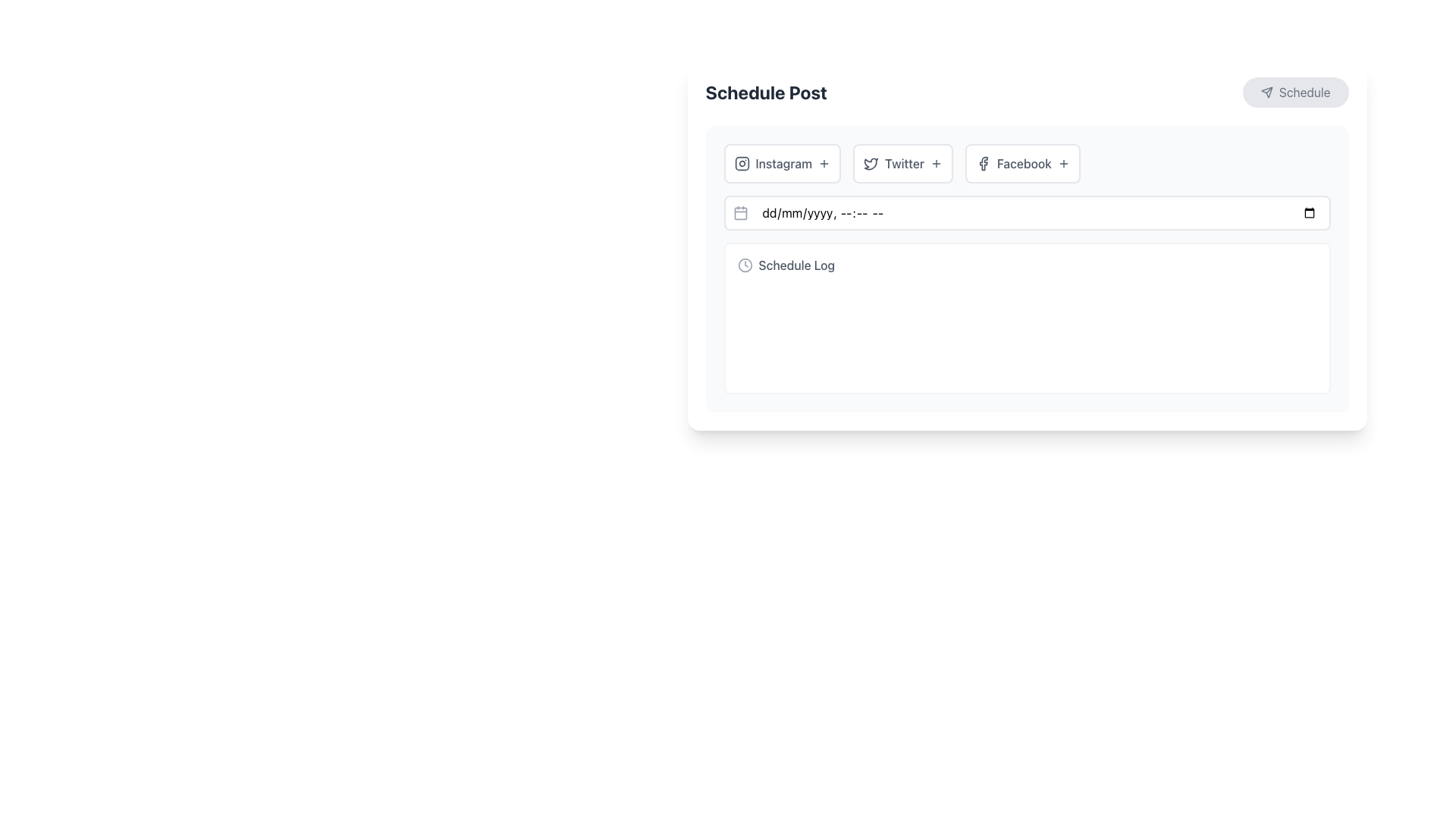 This screenshot has width=1456, height=819. I want to click on the 'Schedule Log' text label element, which is styled in gray and associated with a clock icon, located in the lower section of the window under 'Schedule Post', so click(795, 265).